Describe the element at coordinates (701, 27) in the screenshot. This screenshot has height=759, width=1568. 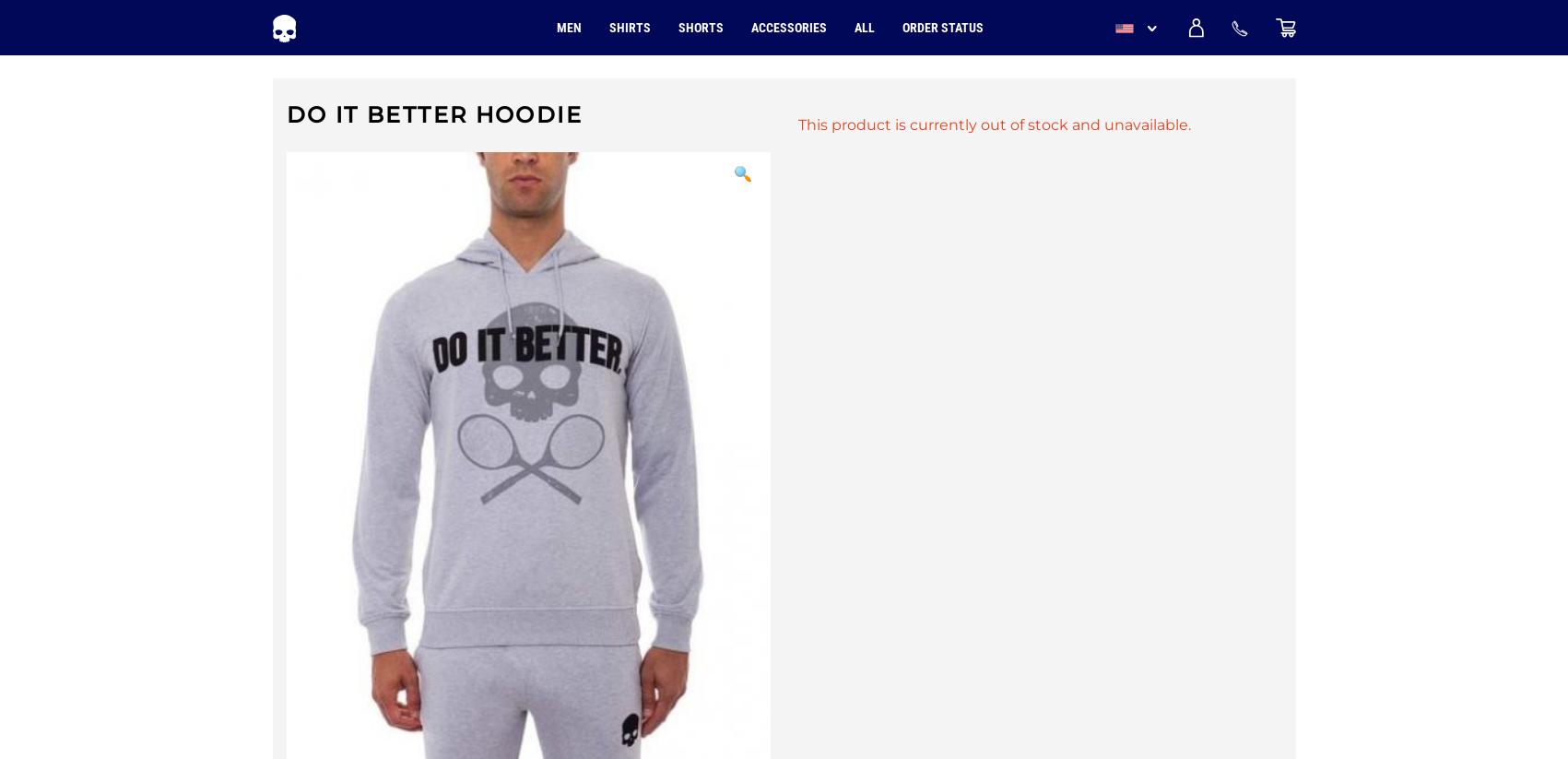
I see `'Shorts'` at that location.